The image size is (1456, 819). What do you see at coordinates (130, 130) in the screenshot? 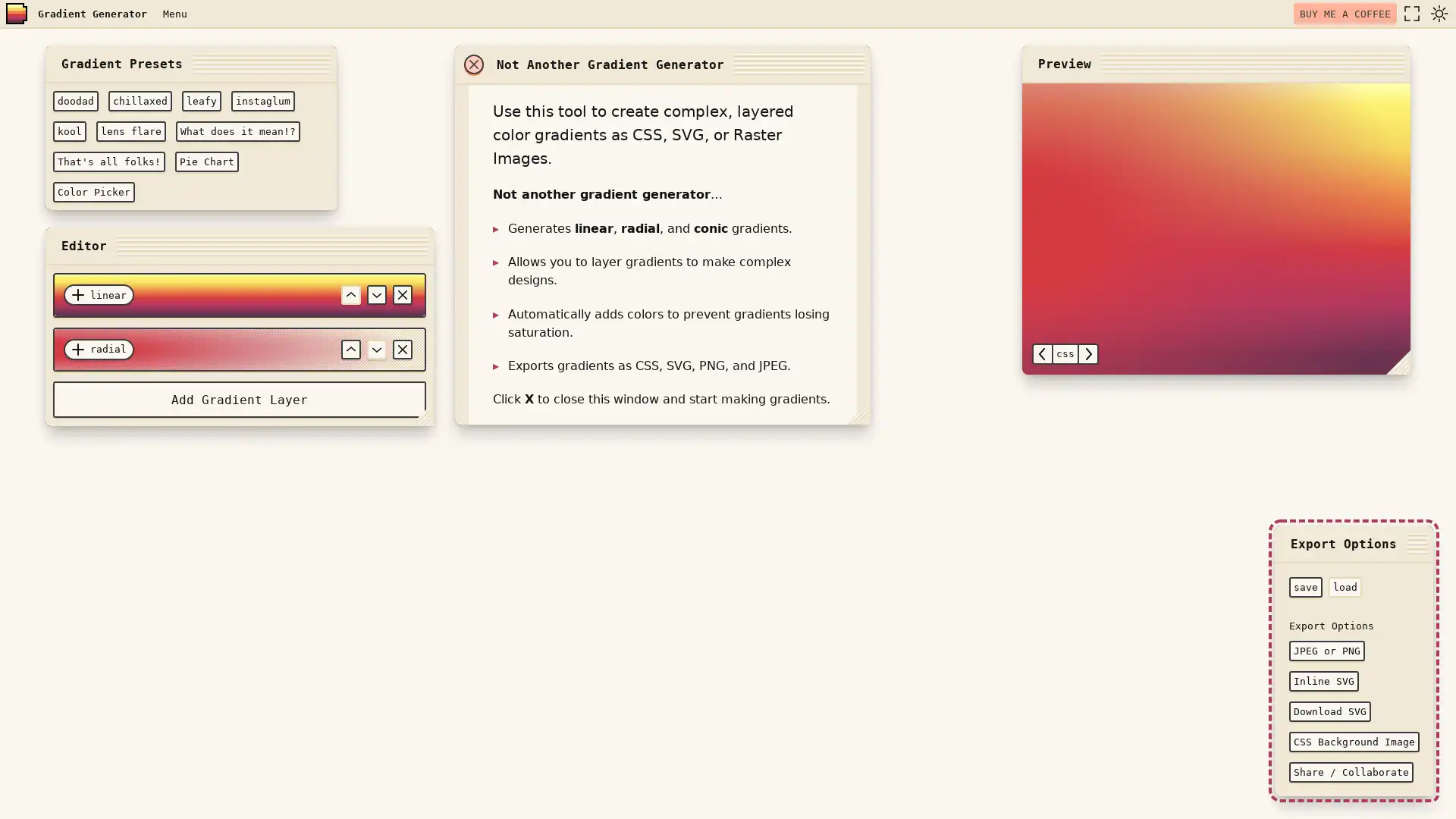
I see `lens flare` at bounding box center [130, 130].